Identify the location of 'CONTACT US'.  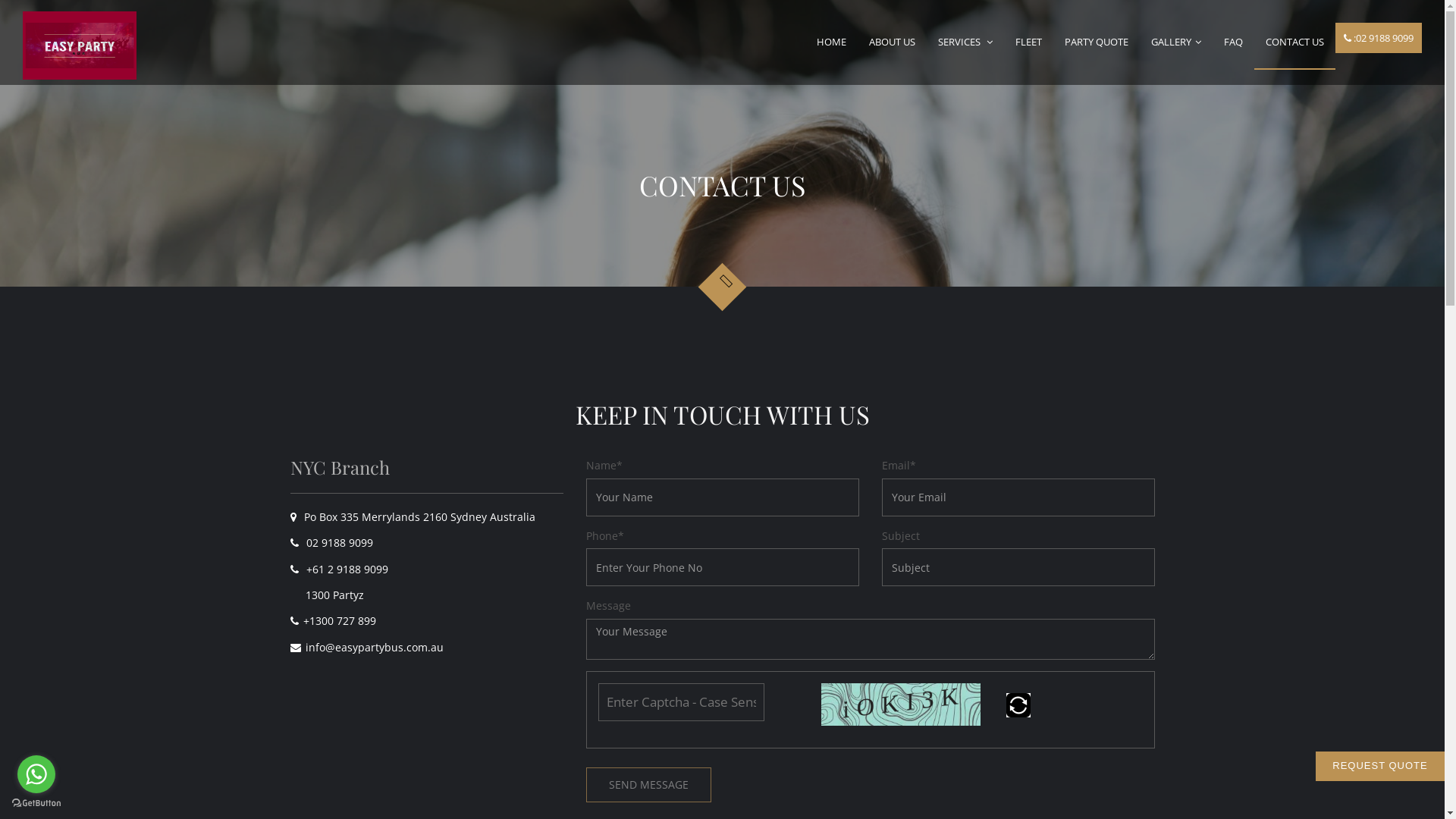
(1294, 40).